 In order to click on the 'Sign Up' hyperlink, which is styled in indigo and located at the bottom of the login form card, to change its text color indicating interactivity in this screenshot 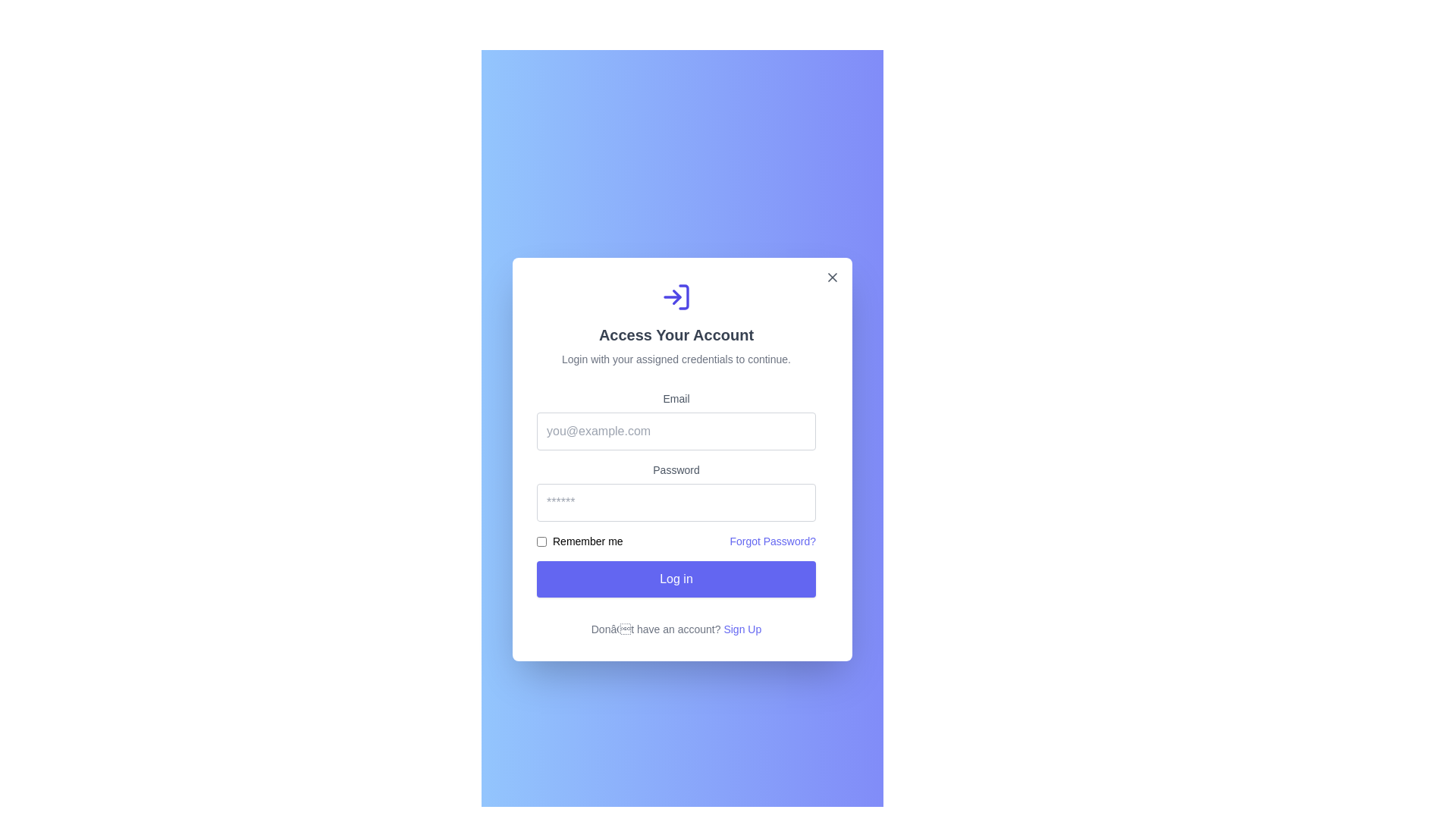, I will do `click(742, 629)`.